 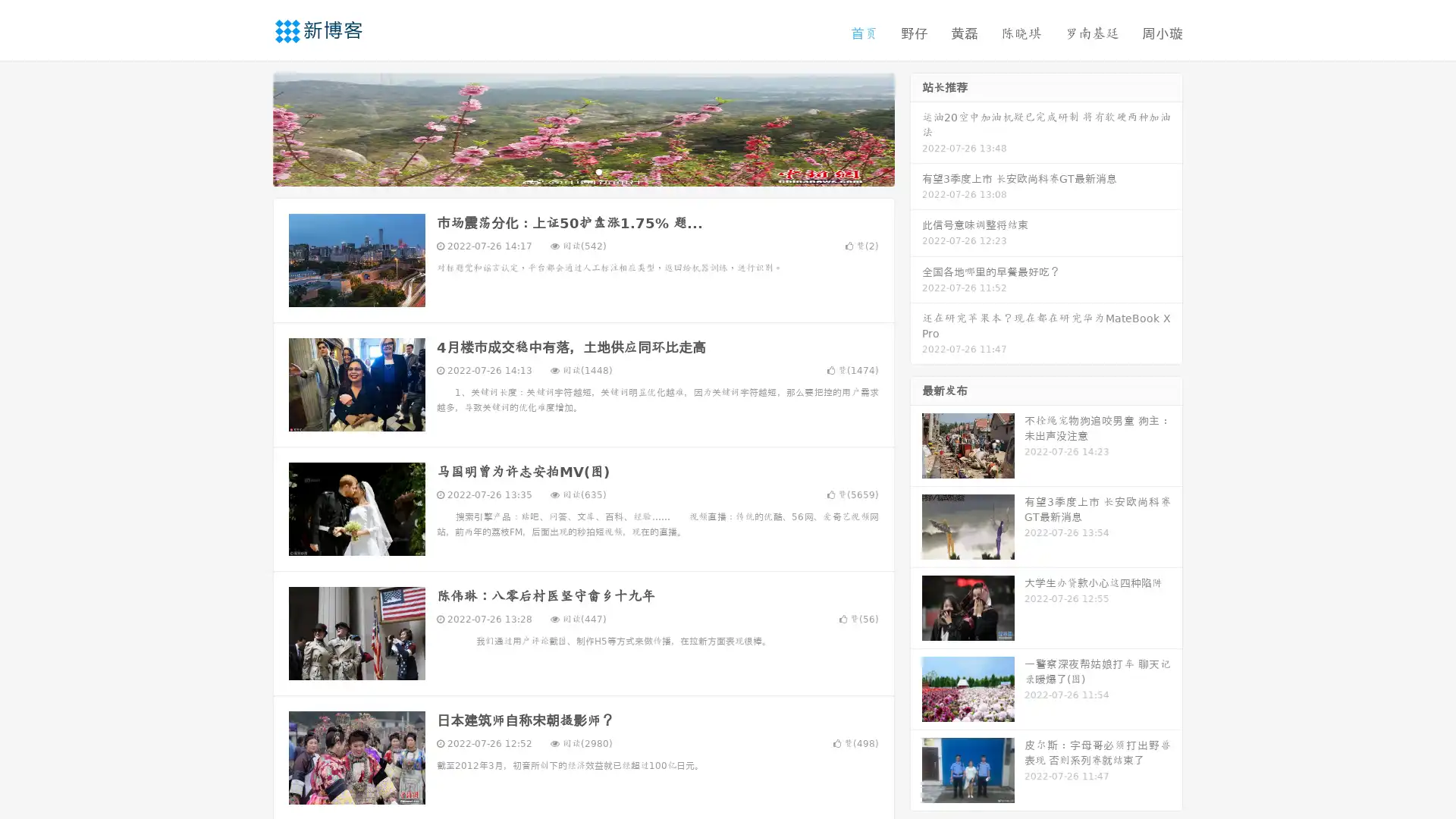 What do you see at coordinates (250, 127) in the screenshot?
I see `Previous slide` at bounding box center [250, 127].